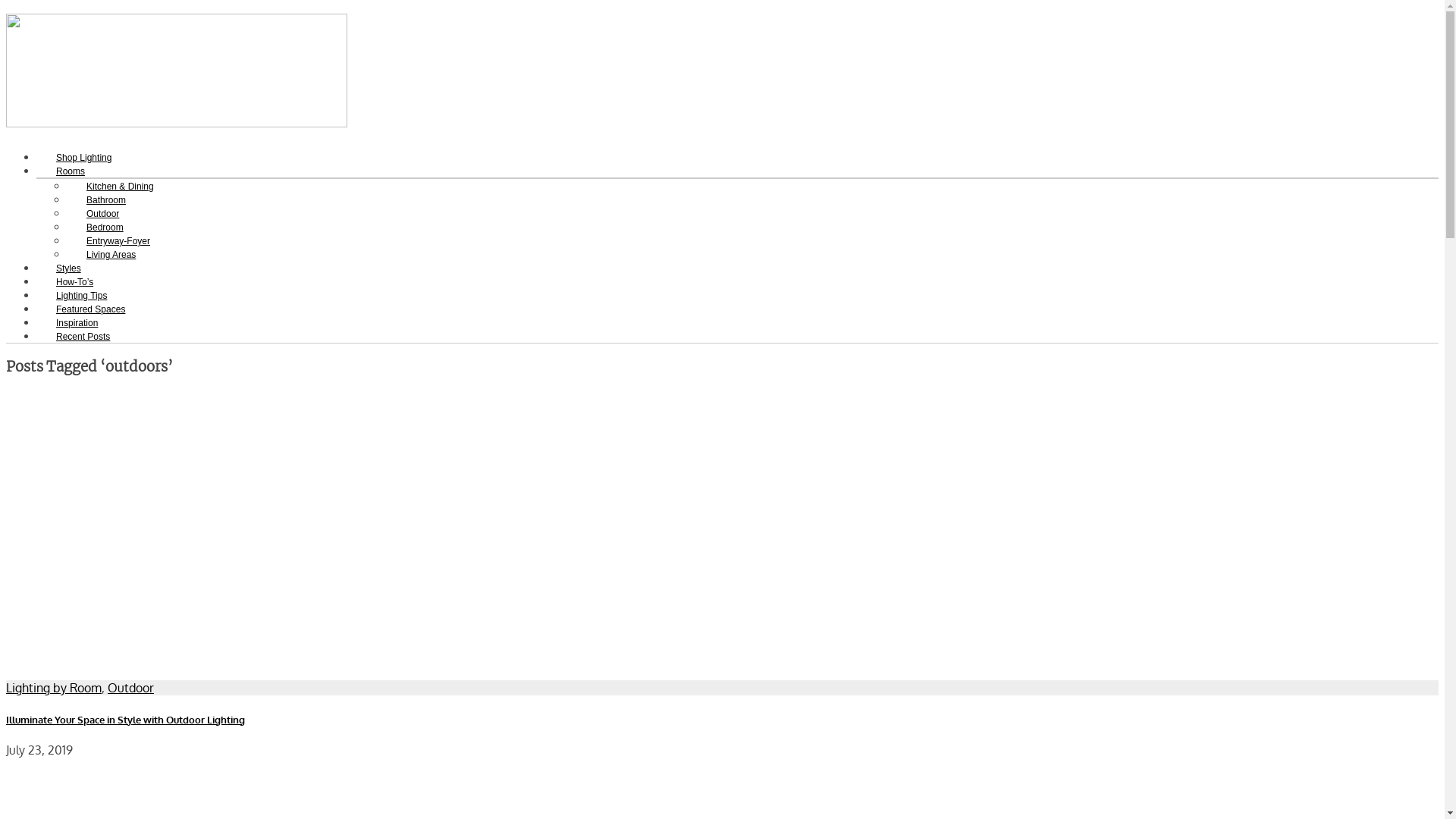  Describe the element at coordinates (80, 295) in the screenshot. I see `'Lighting Tips'` at that location.